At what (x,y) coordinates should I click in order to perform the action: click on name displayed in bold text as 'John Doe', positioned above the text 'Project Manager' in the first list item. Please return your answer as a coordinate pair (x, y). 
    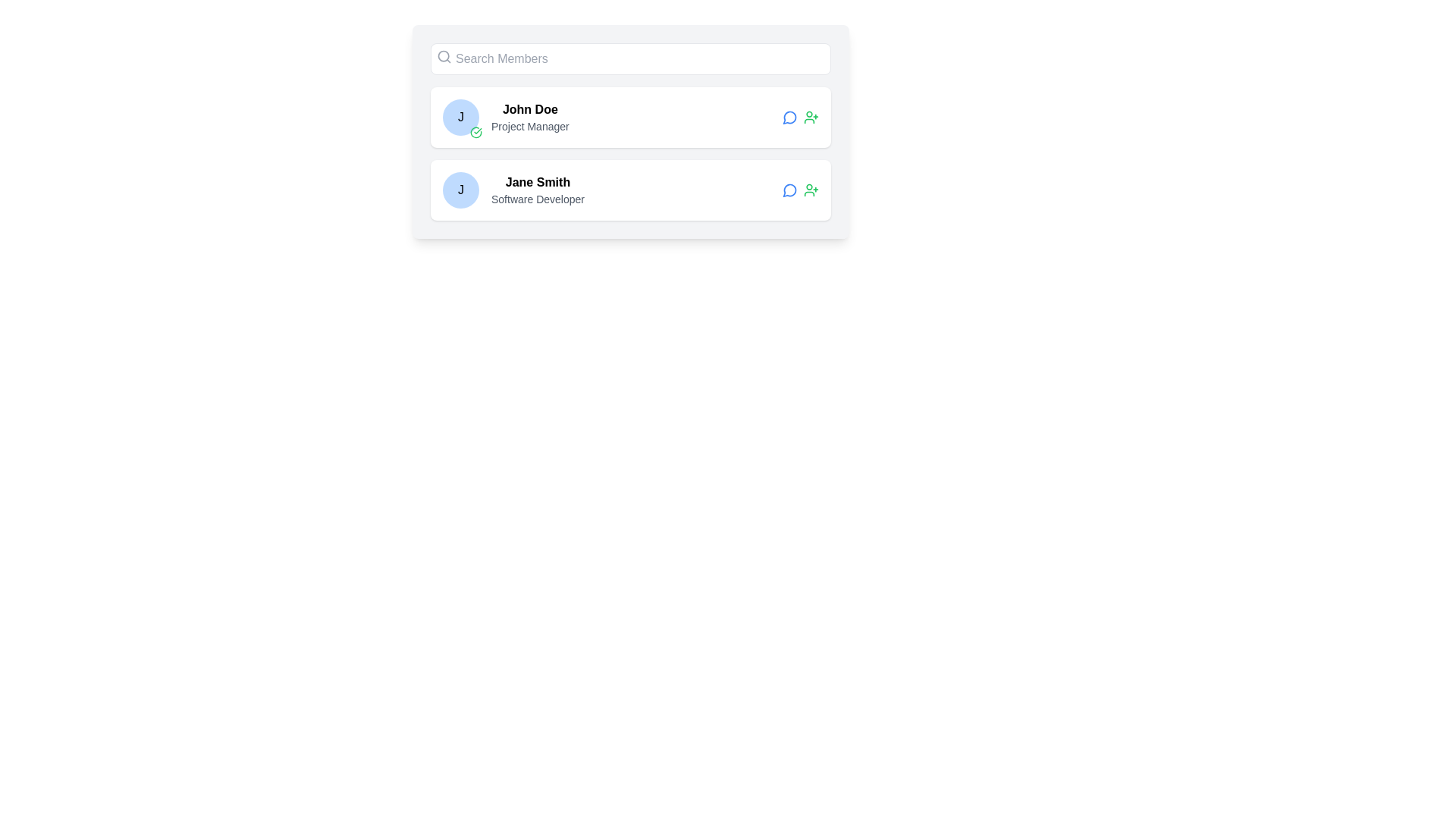
    Looking at the image, I should click on (530, 109).